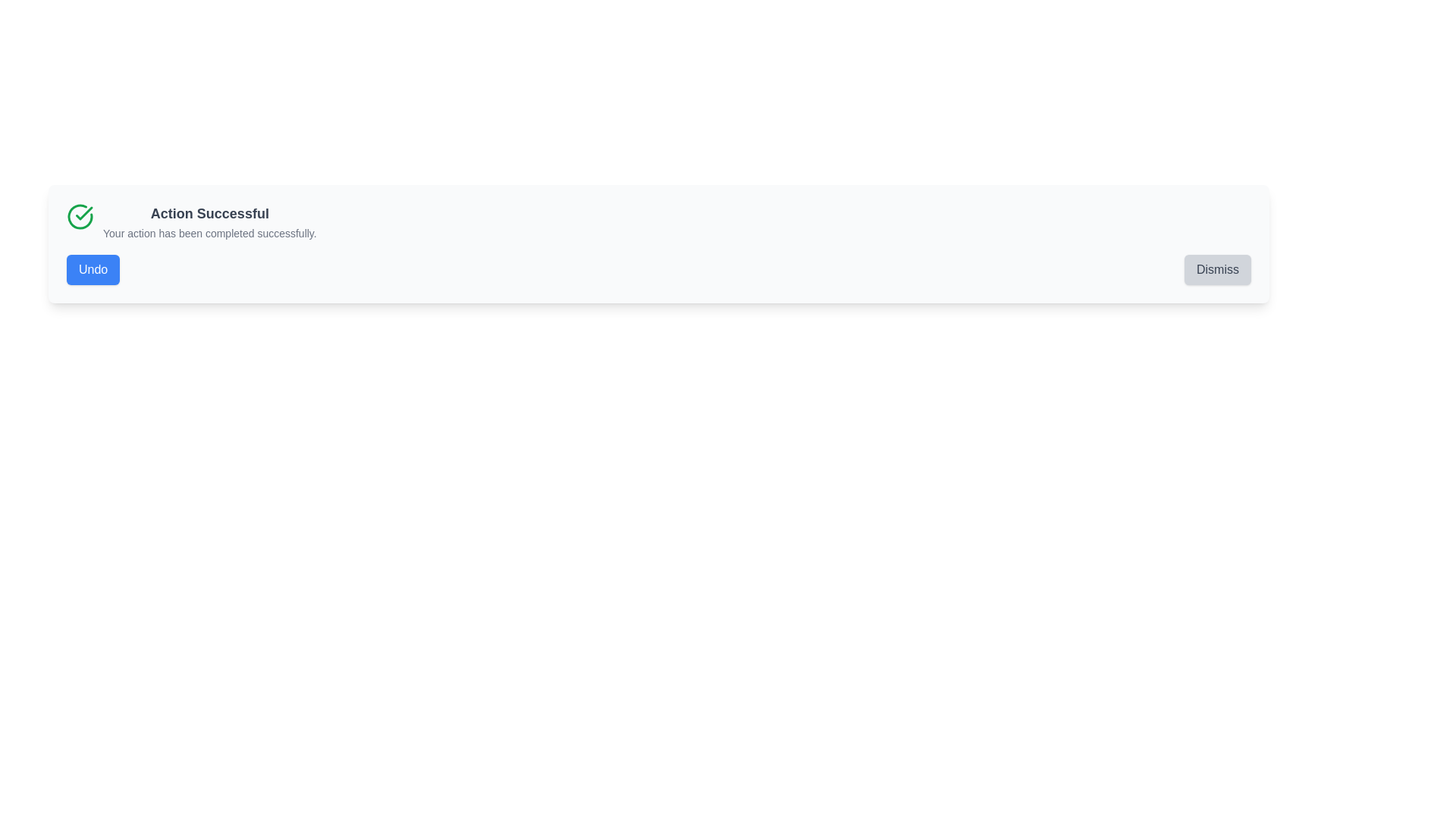  What do you see at coordinates (93, 268) in the screenshot?
I see `the 'Undo' button located on the left side of the horizontal bar at the bottom of the interface` at bounding box center [93, 268].